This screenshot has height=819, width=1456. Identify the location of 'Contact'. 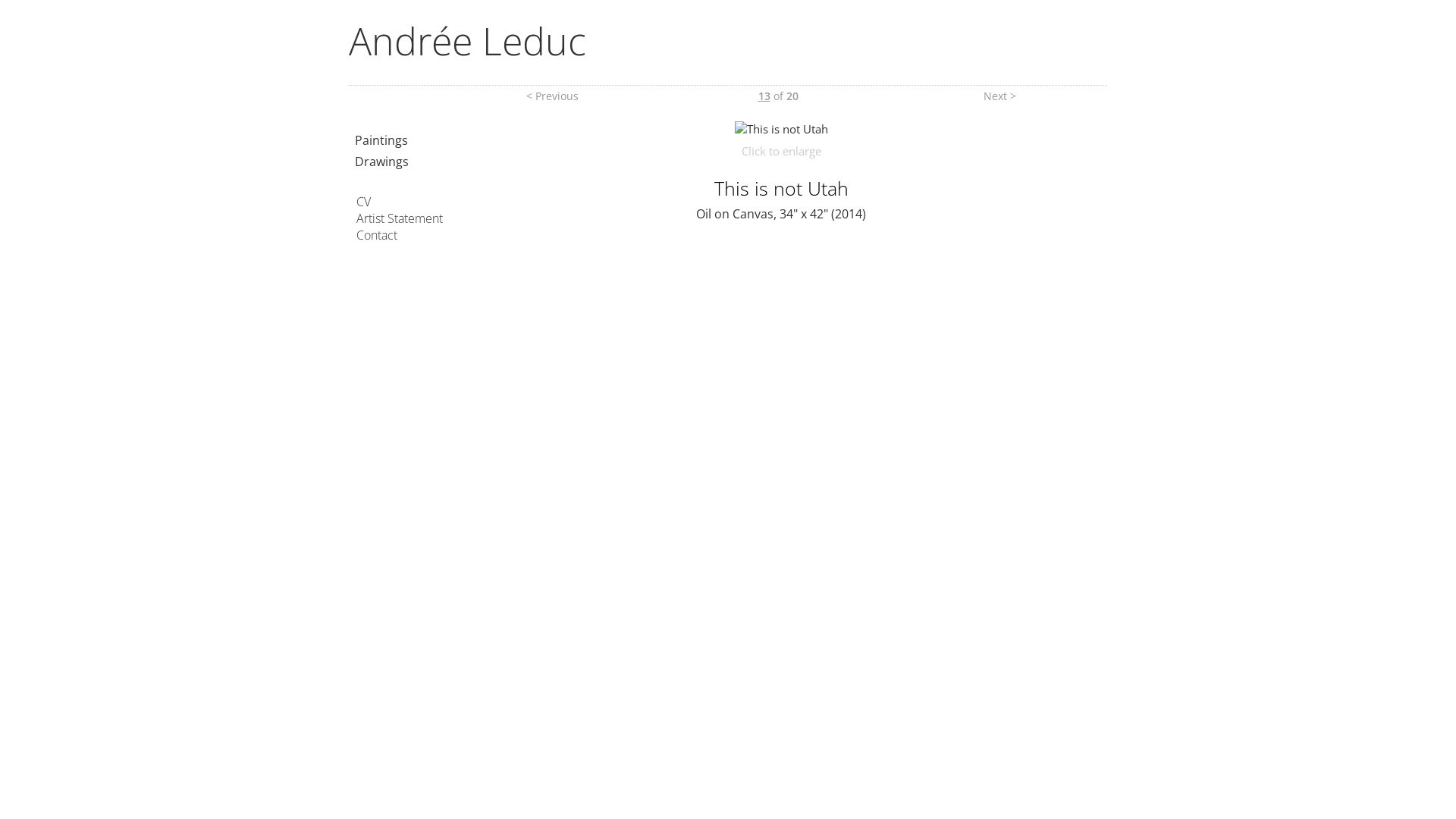
(356, 234).